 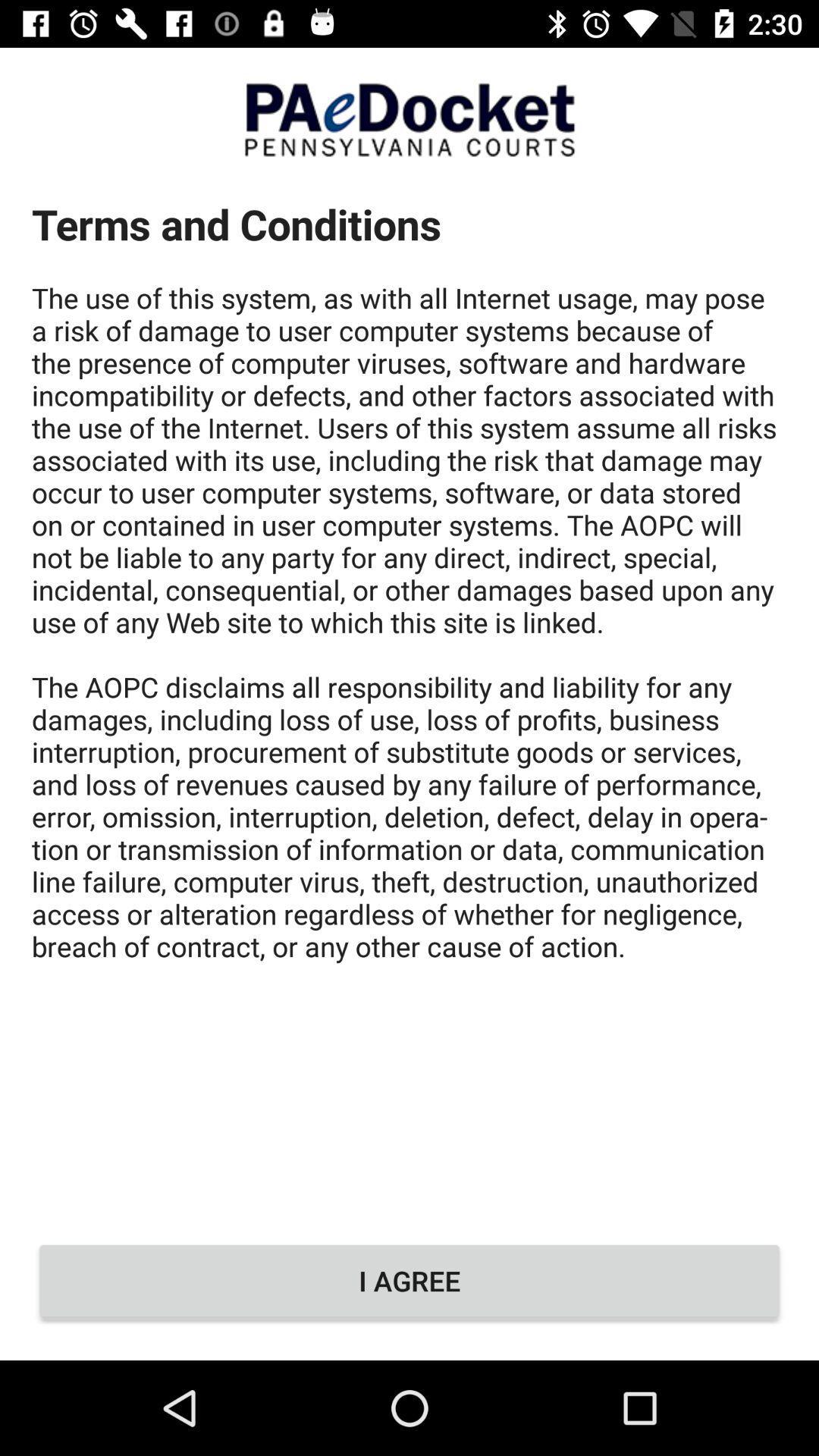 I want to click on icon above i agree icon, so click(x=409, y=695).